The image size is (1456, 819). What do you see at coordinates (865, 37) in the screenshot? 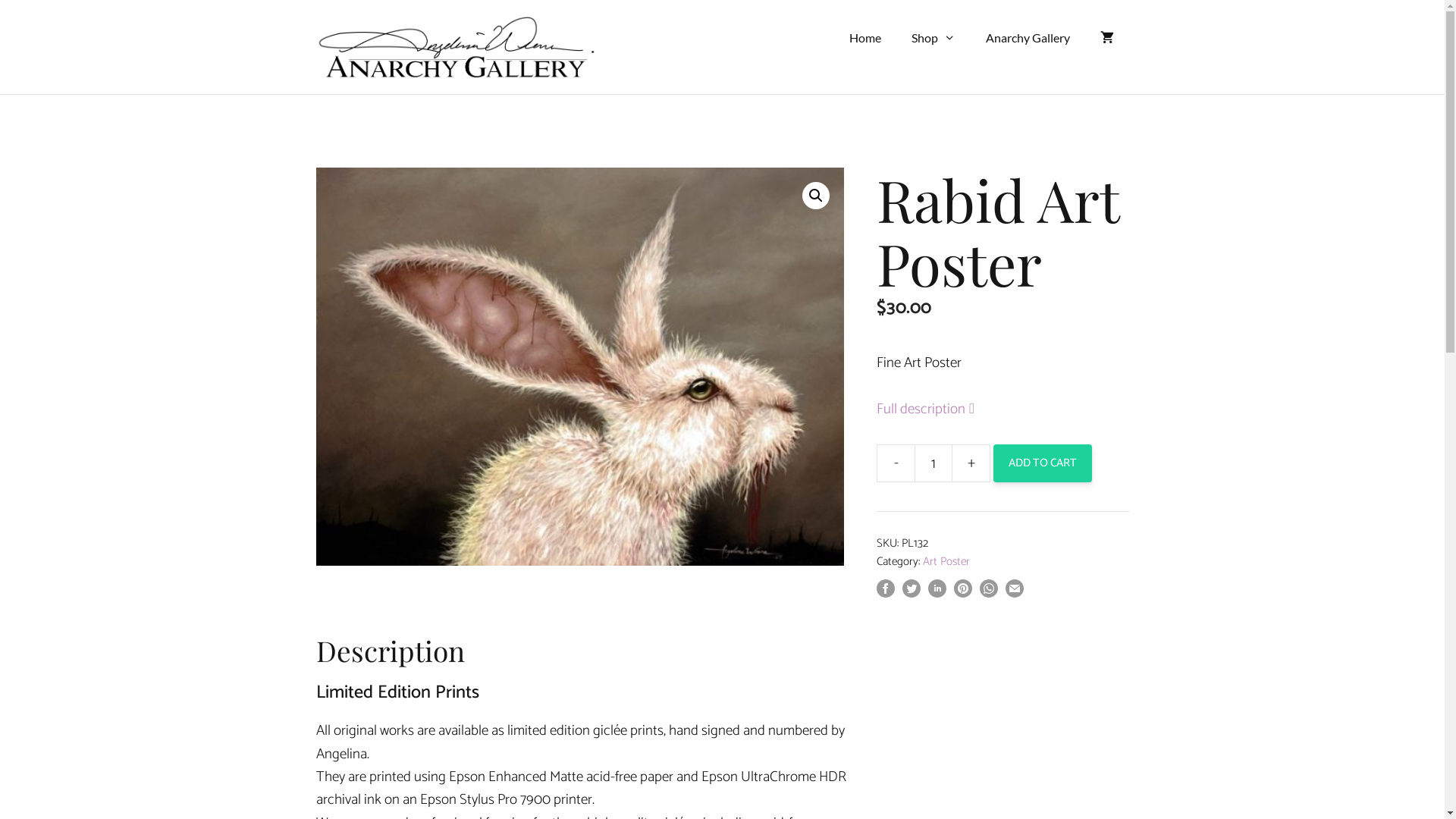
I see `'Home'` at bounding box center [865, 37].